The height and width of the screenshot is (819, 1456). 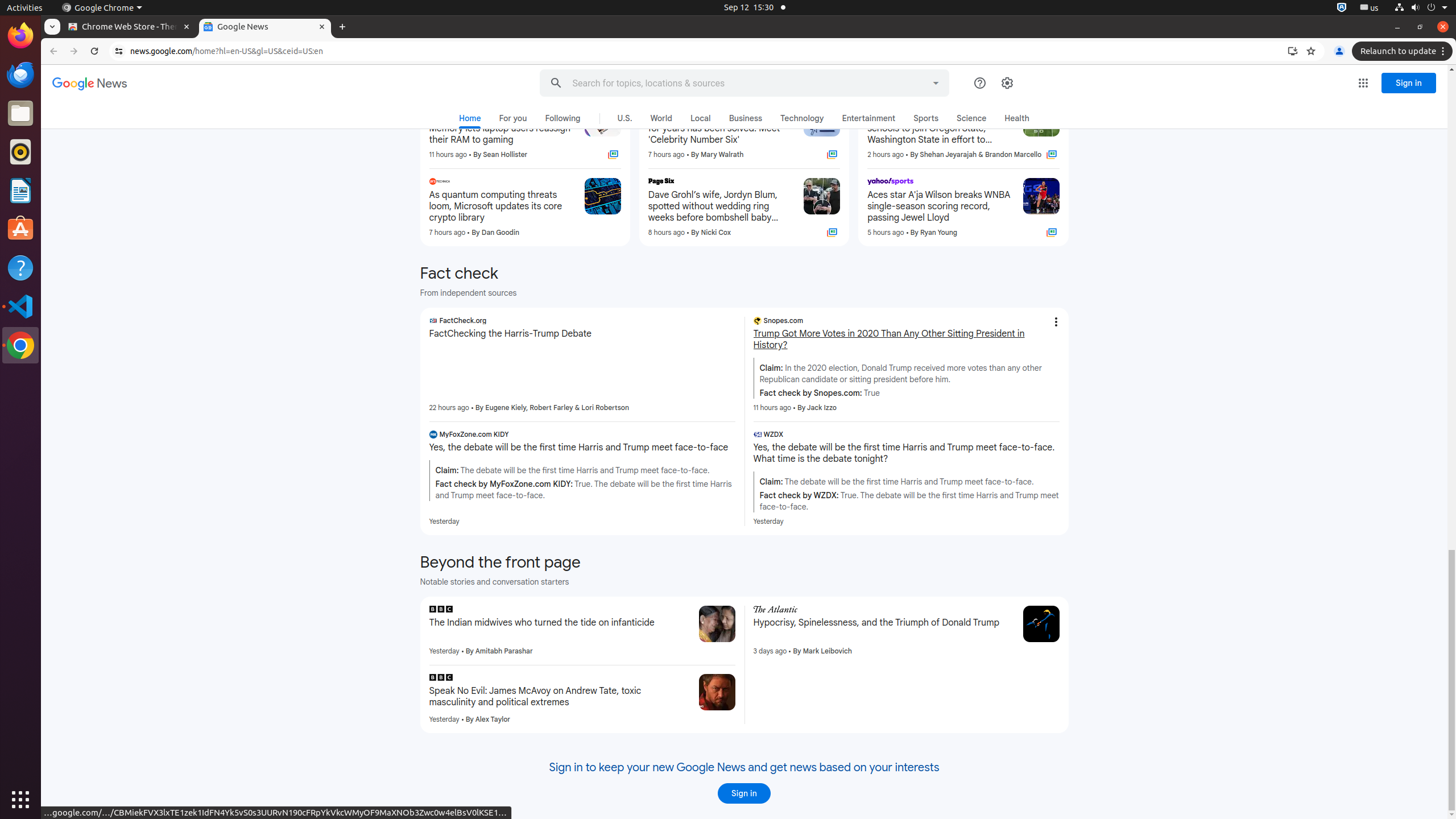 I want to click on 'Local', so click(x=700, y=117).